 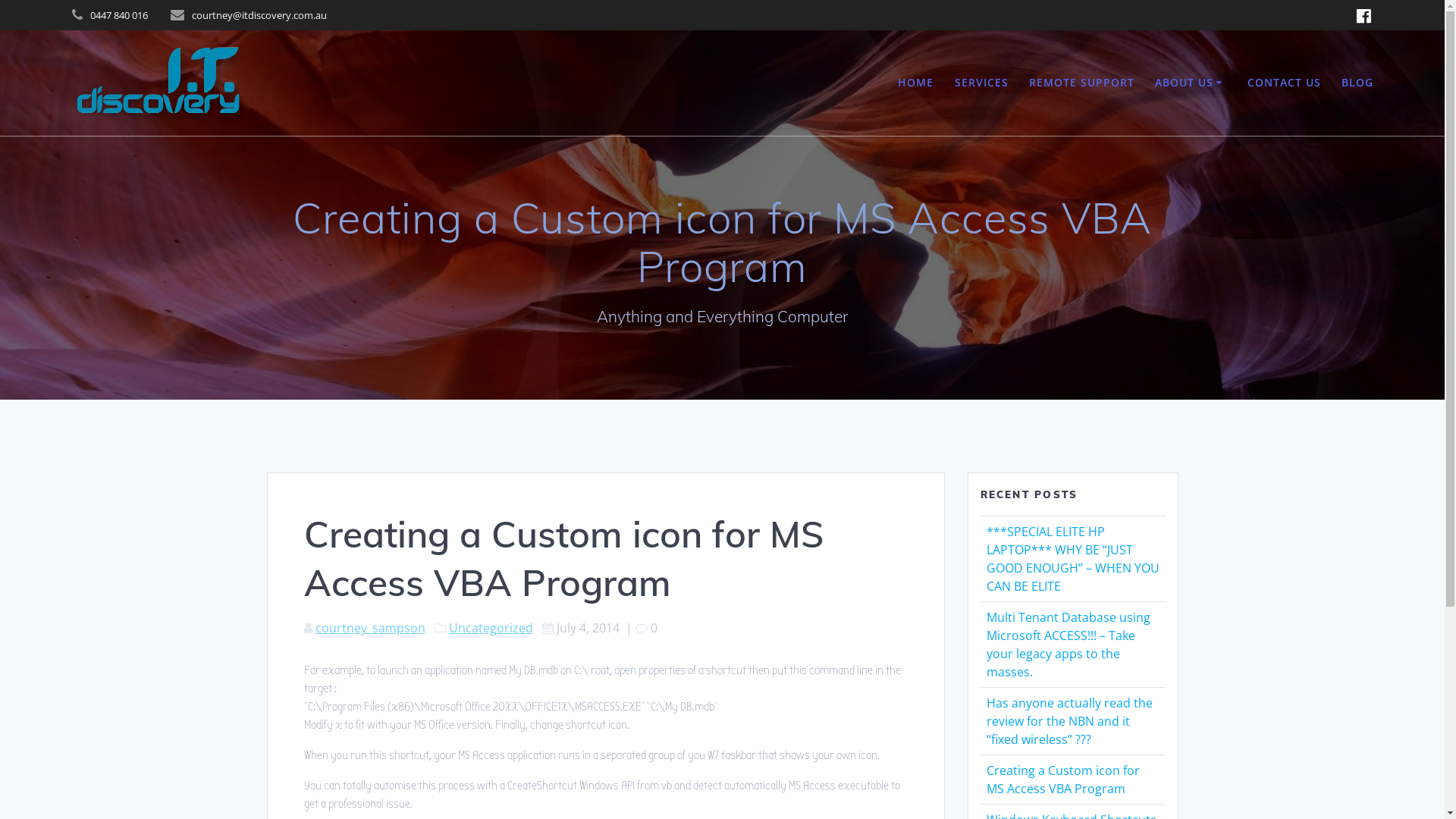 I want to click on 'Uncategorized', so click(x=491, y=628).